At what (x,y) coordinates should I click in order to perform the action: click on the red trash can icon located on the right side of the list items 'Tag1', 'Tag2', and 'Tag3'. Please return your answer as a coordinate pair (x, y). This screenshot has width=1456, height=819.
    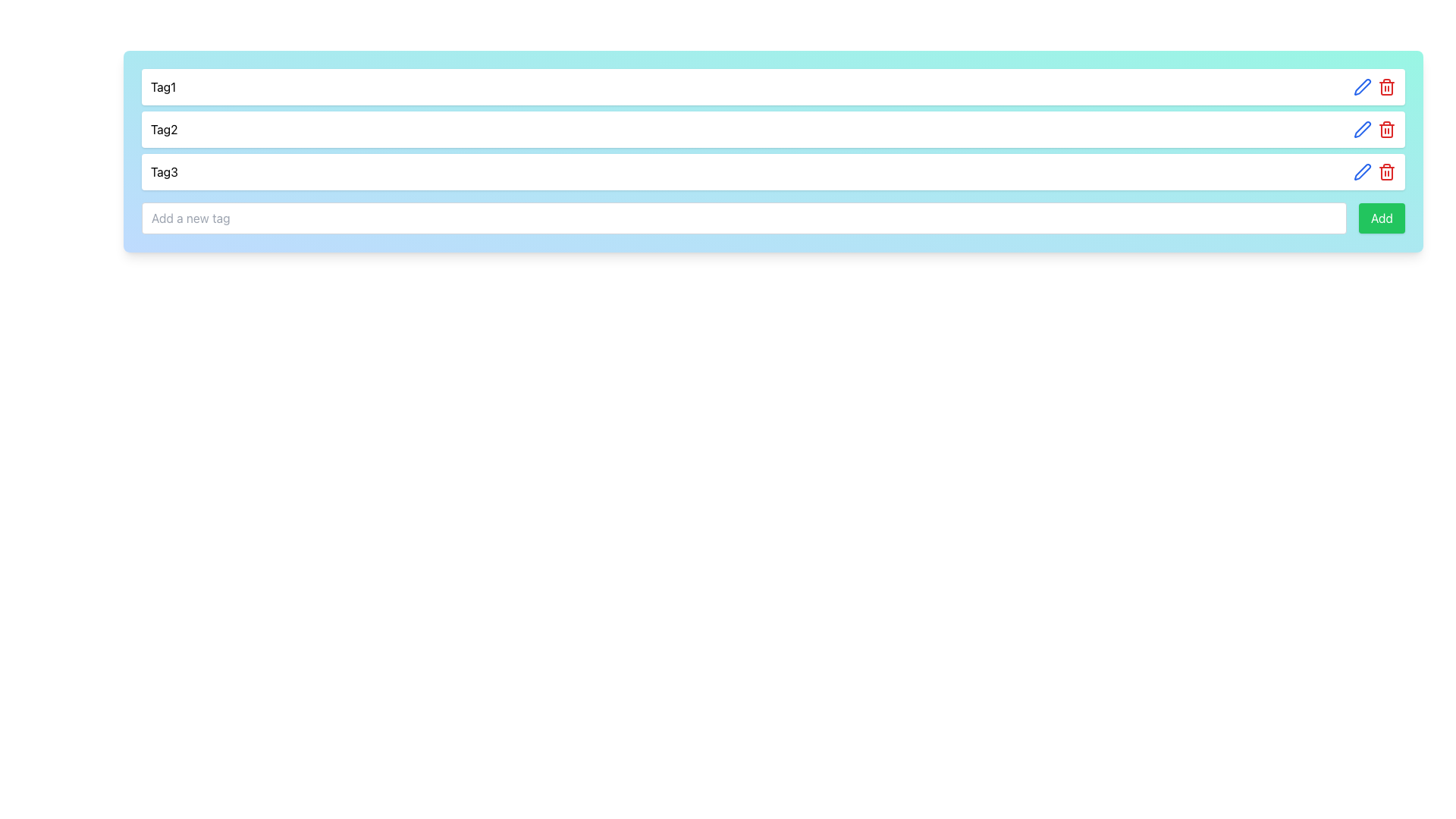
    Looking at the image, I should click on (1386, 171).